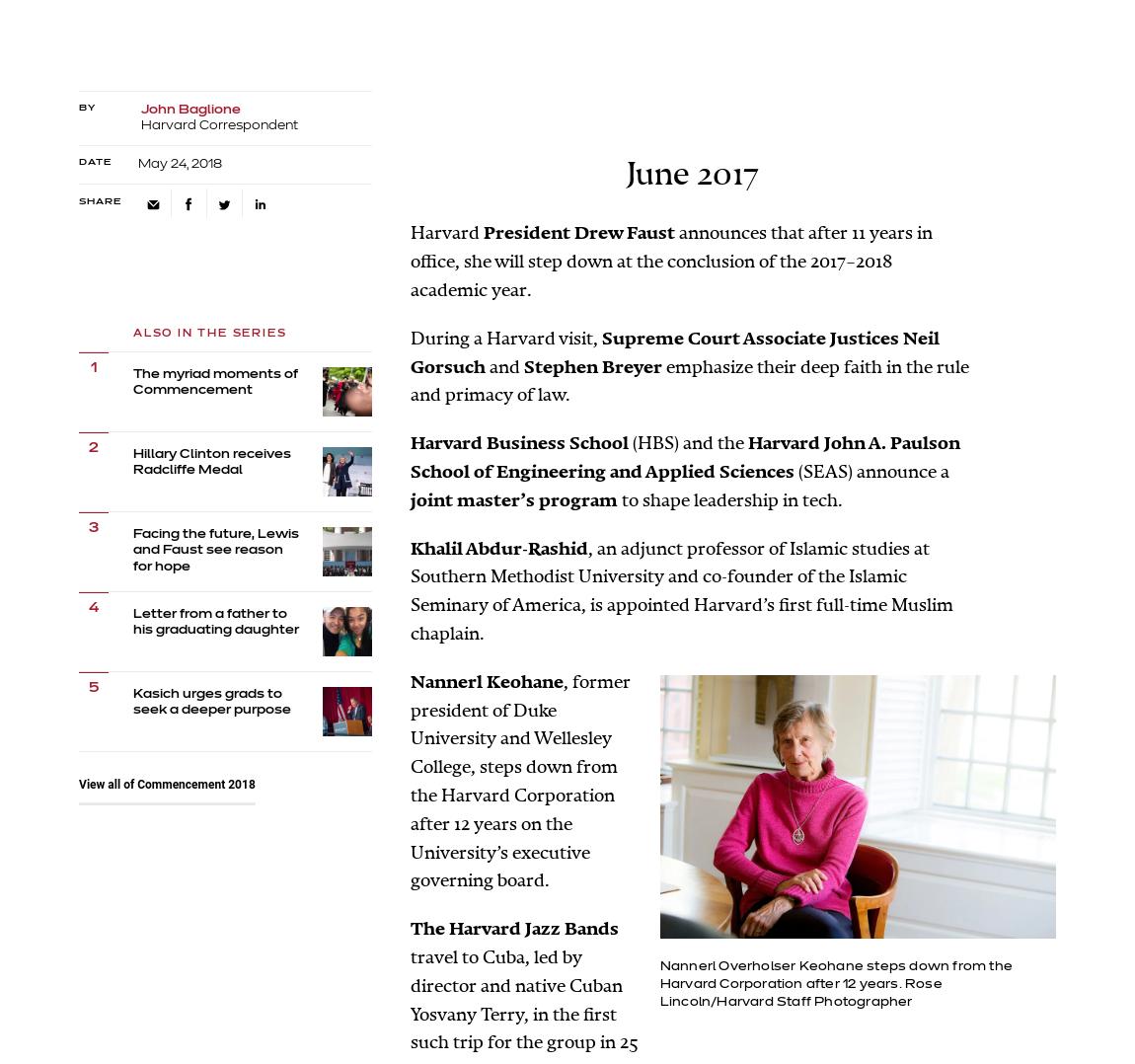 The image size is (1135, 1064). I want to click on 'and', so click(489, 366).